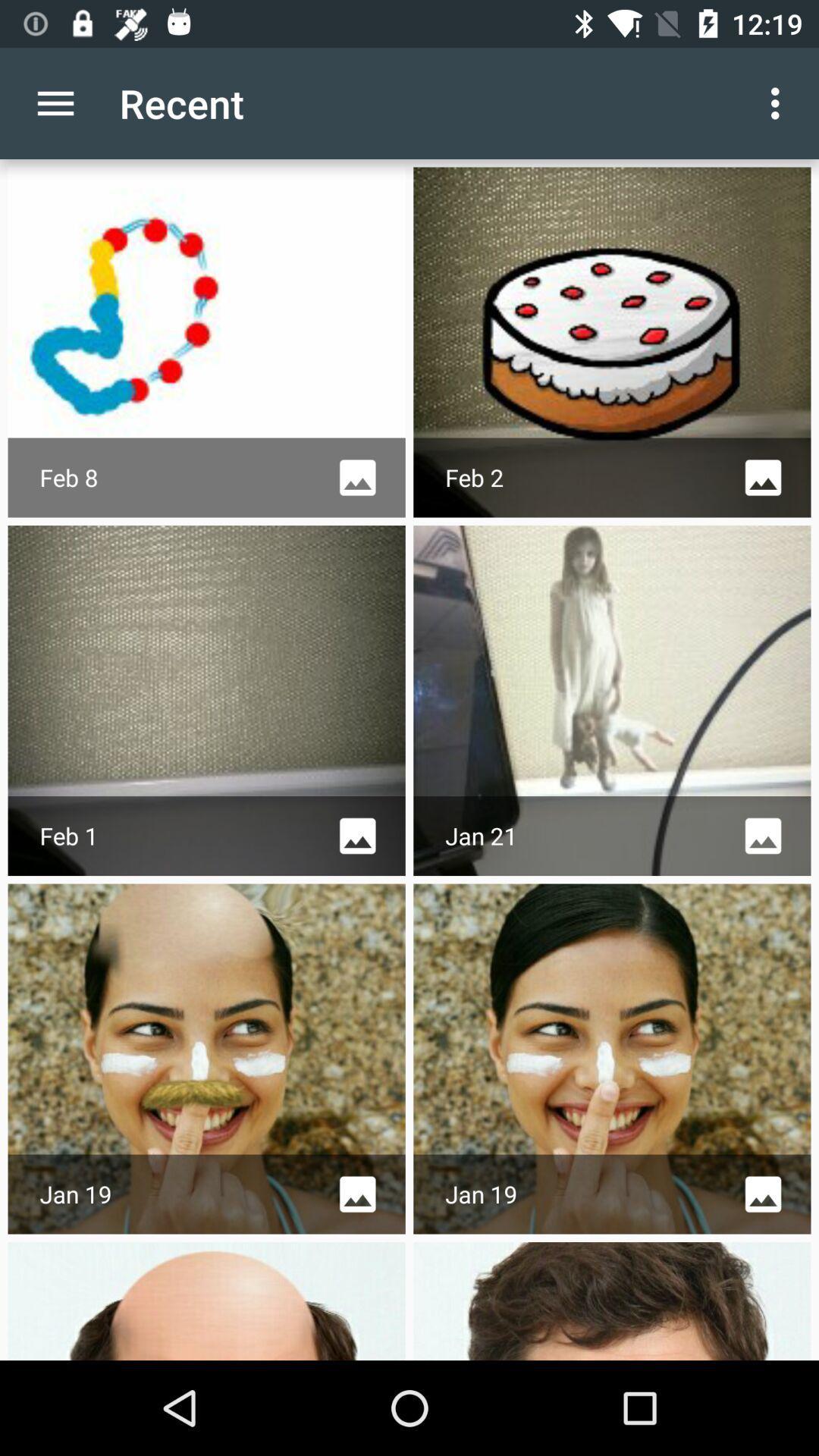  What do you see at coordinates (779, 102) in the screenshot?
I see `item next to the recent app` at bounding box center [779, 102].